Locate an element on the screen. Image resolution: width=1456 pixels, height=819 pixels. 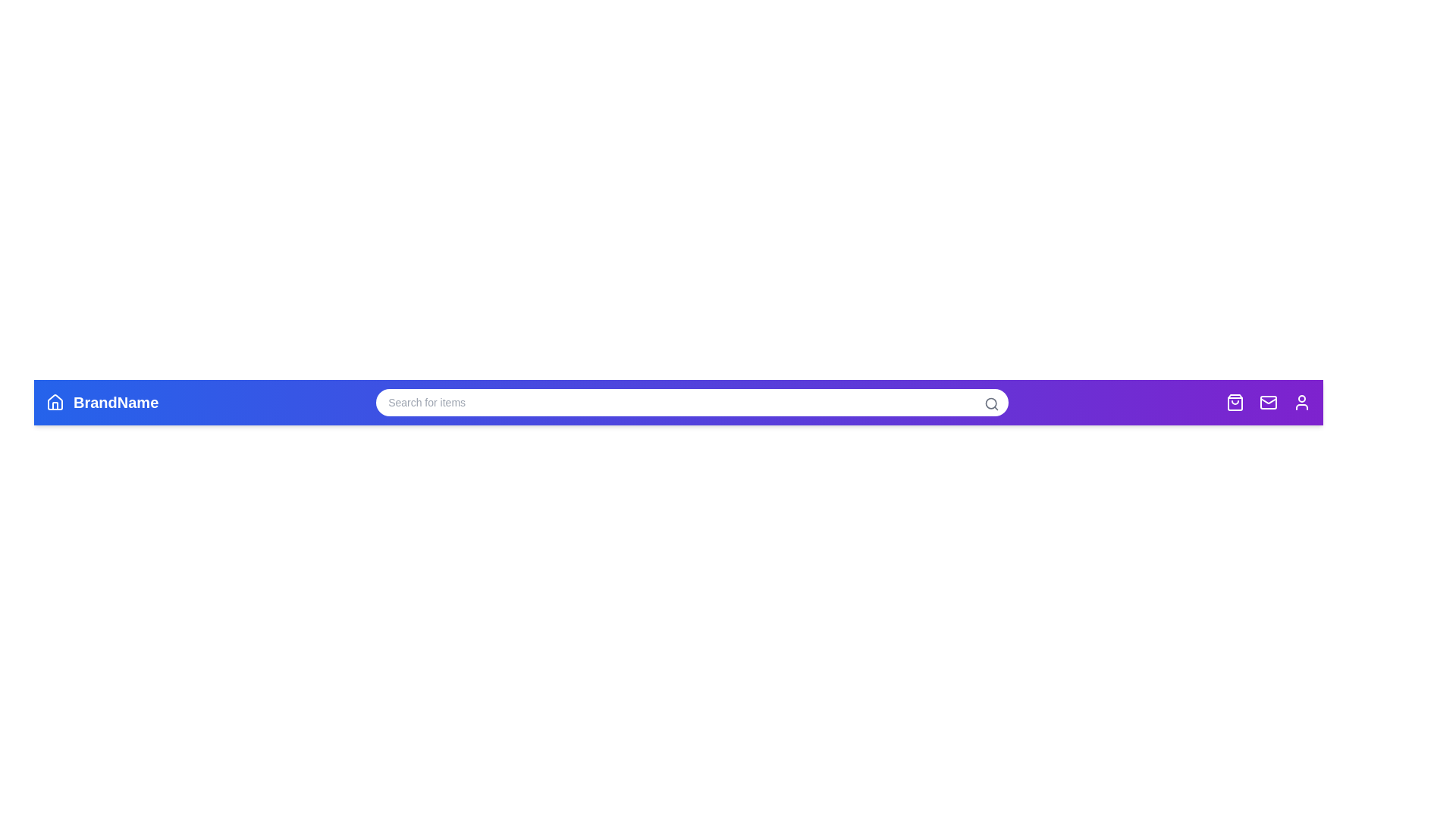
the Messages navigation icon is located at coordinates (1268, 402).